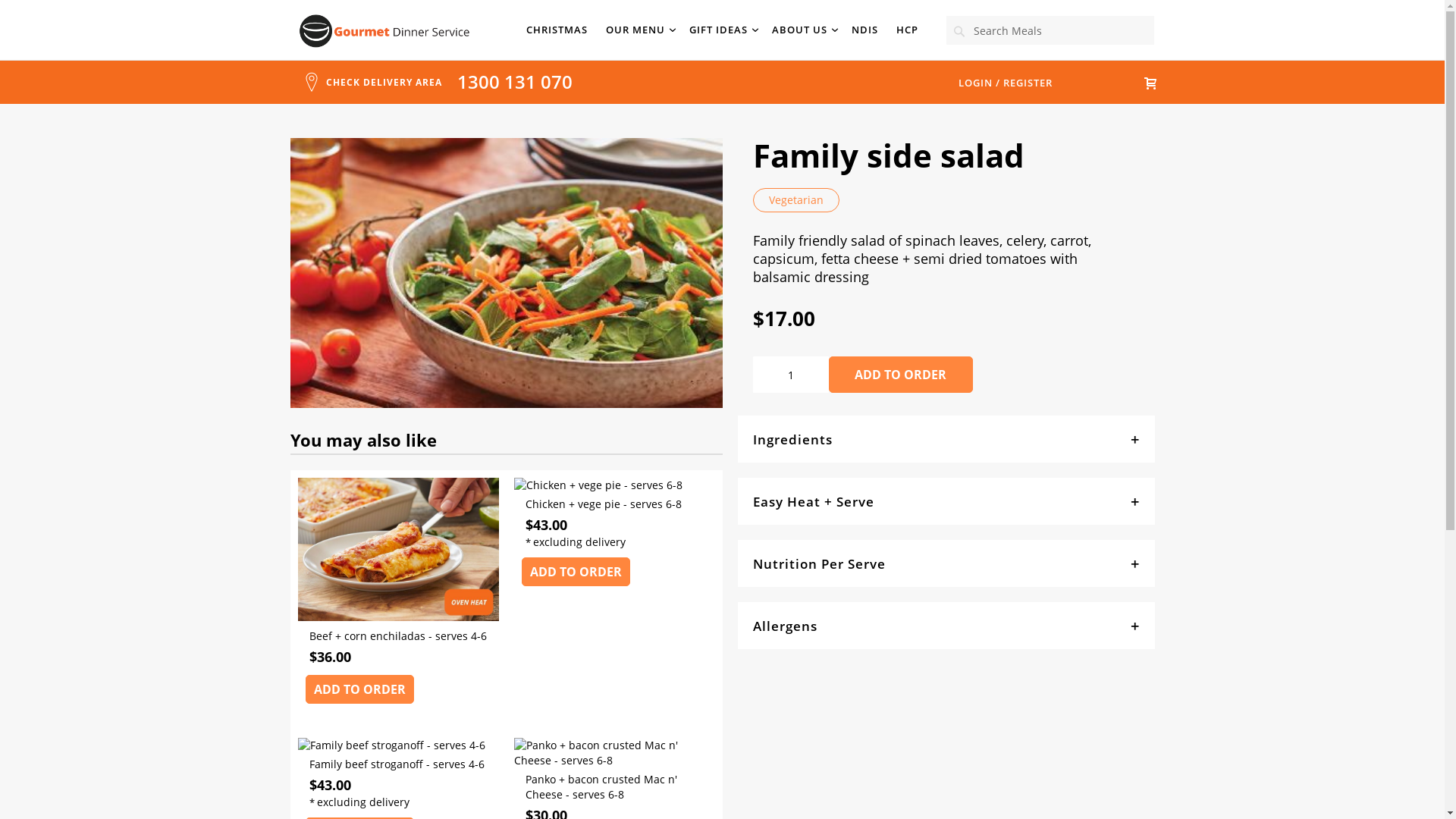 The image size is (1456, 819). Describe the element at coordinates (397, 773) in the screenshot. I see `'Family beef stroganoff - serves 4-6'` at that location.